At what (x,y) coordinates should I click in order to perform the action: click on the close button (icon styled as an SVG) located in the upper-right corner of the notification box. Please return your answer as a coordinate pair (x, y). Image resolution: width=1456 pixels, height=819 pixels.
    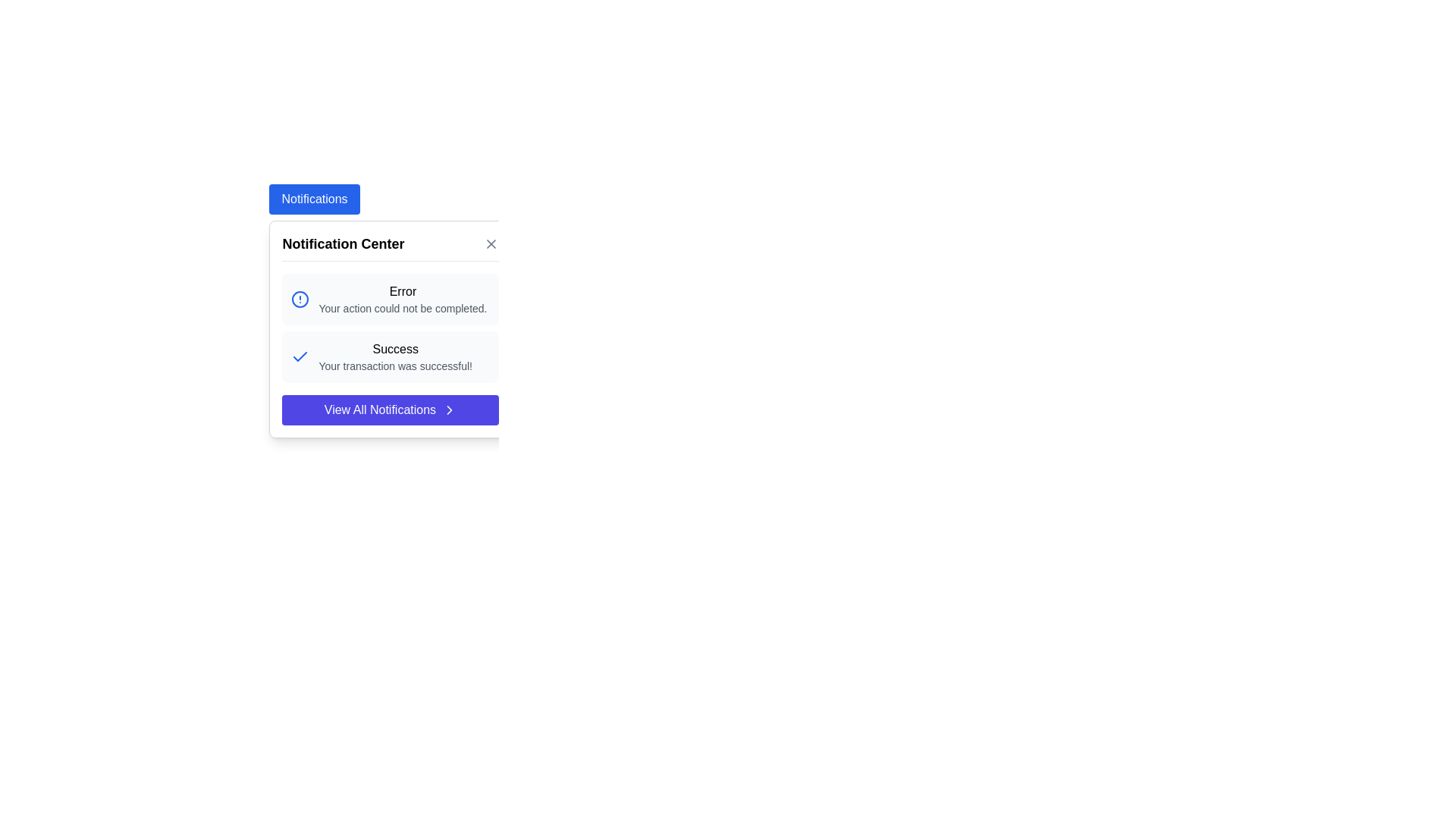
    Looking at the image, I should click on (491, 243).